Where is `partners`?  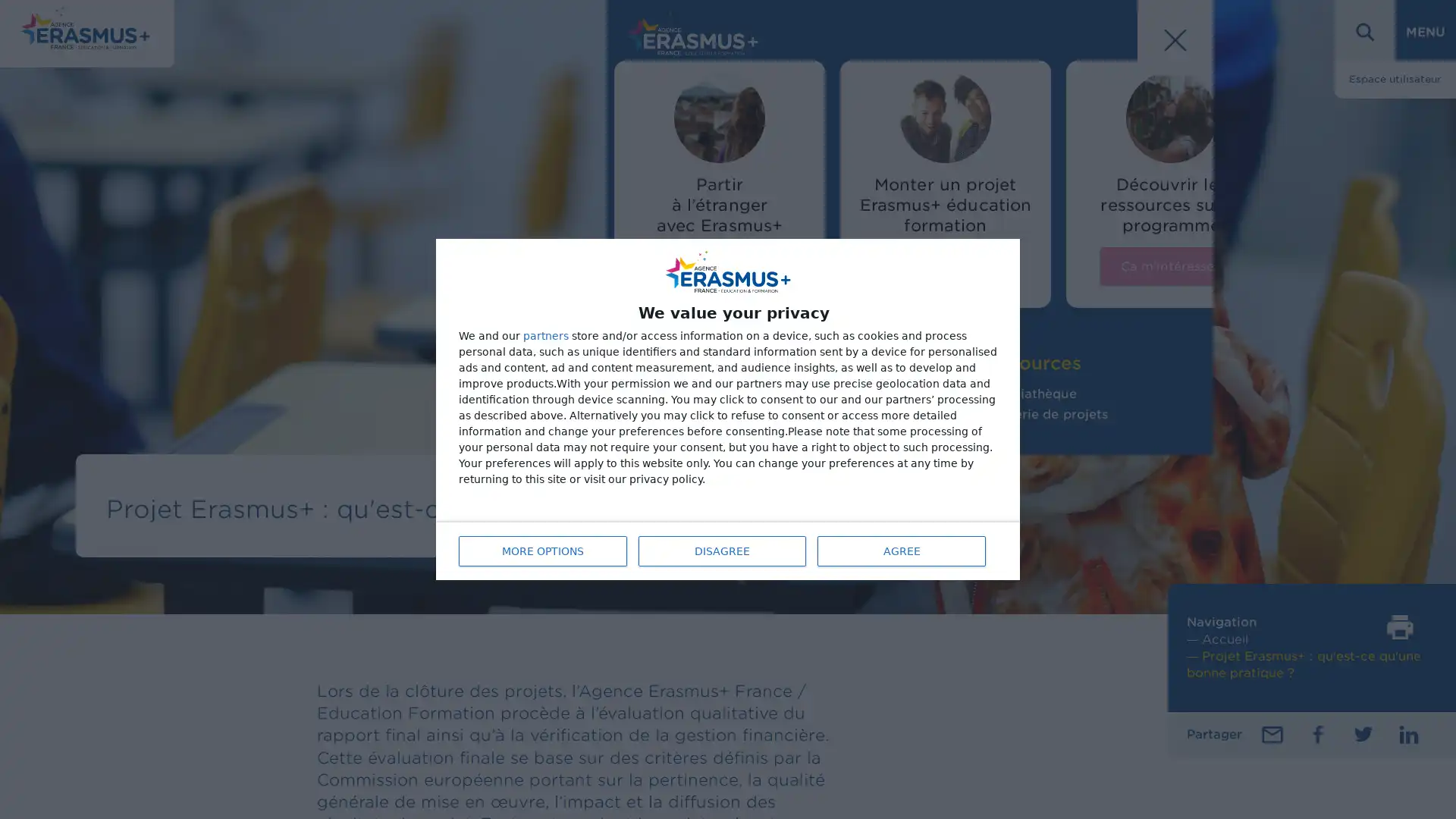 partners is located at coordinates (546, 334).